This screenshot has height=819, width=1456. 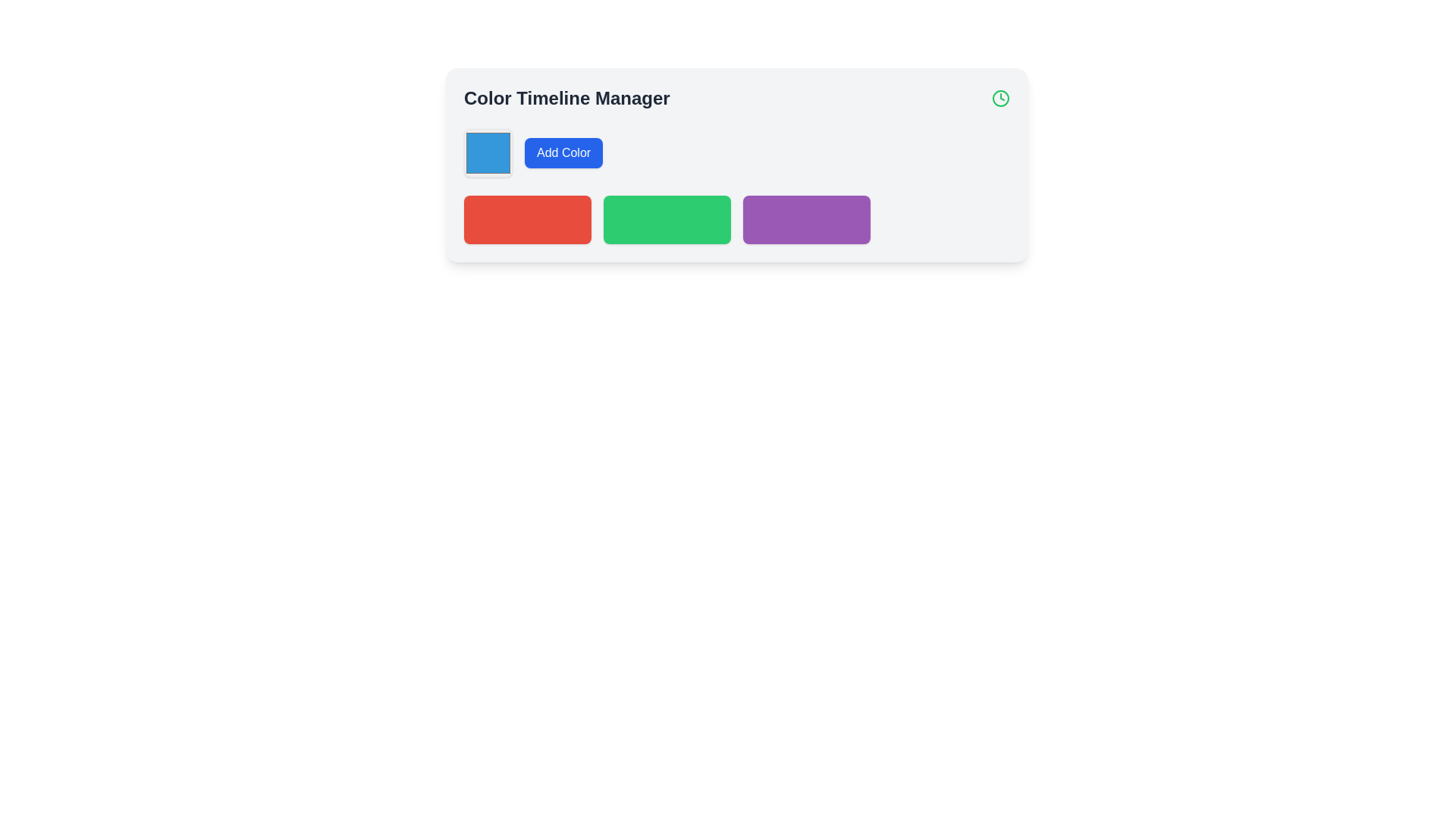 What do you see at coordinates (563, 152) in the screenshot?
I see `the rectangular blue button with white text reading 'Add Color', located under the headline 'Color Timeline Manager'` at bounding box center [563, 152].